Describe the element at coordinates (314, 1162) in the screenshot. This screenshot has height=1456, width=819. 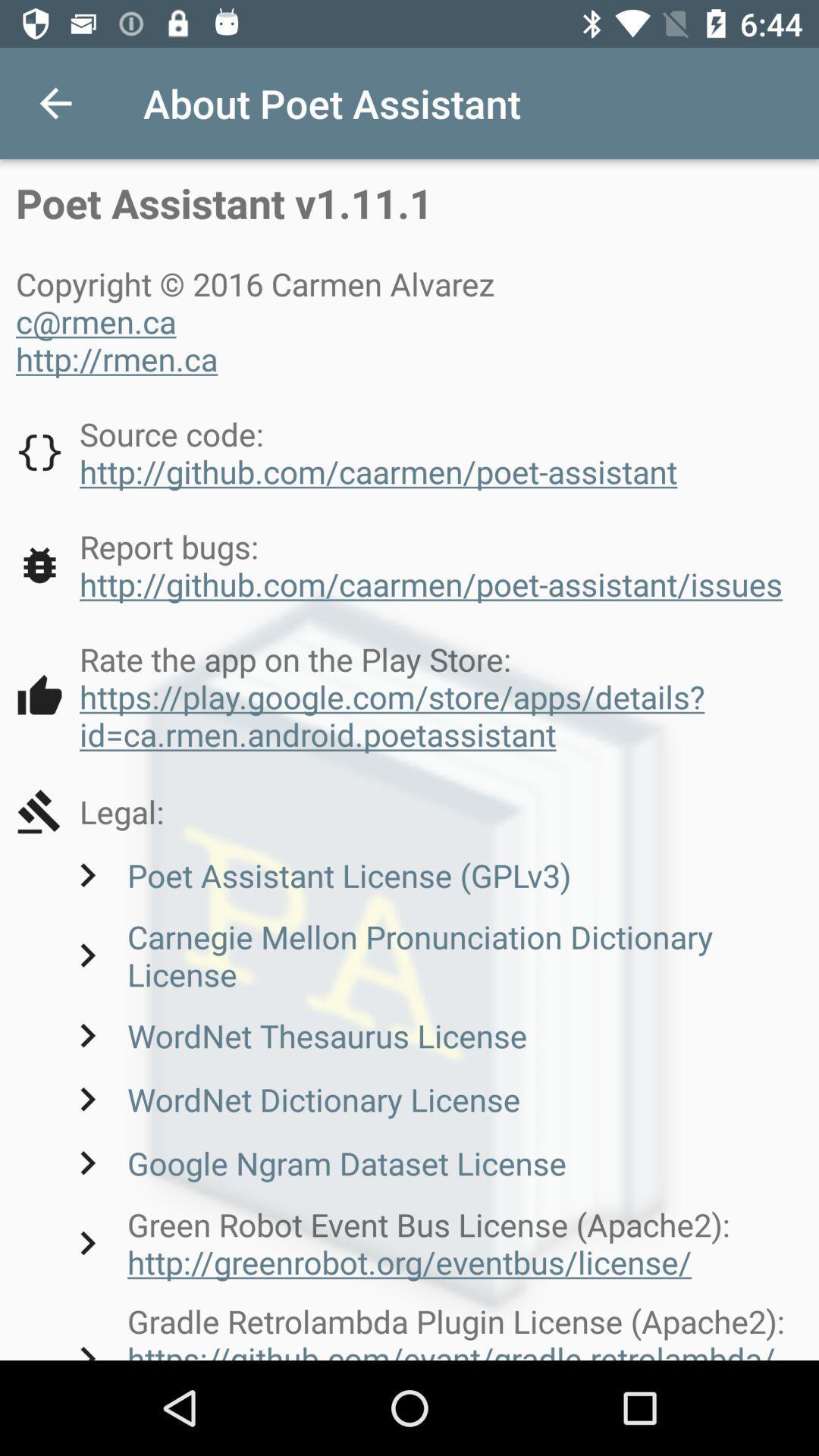
I see `the google ngram dataset item` at that location.